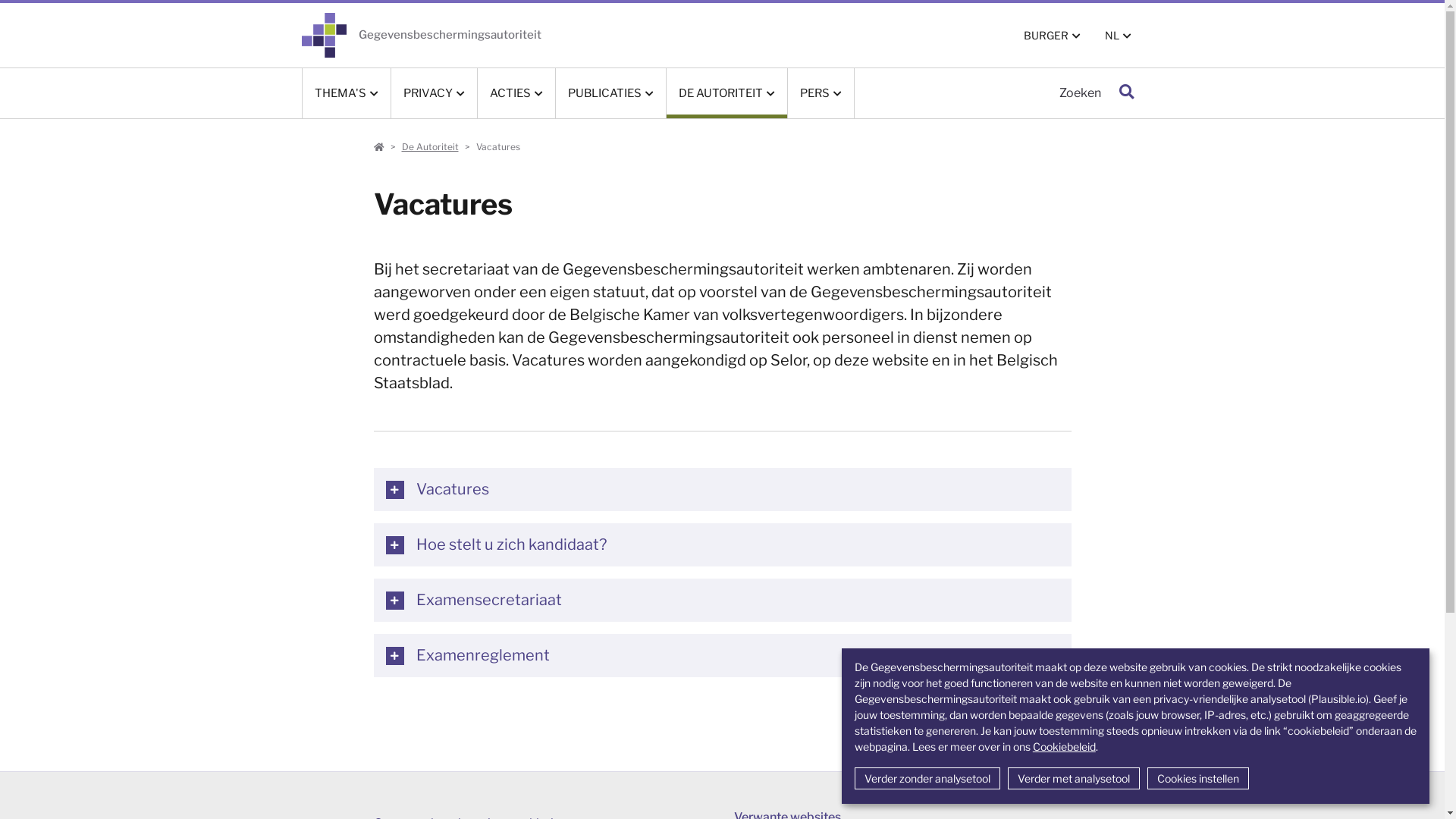 This screenshot has height=819, width=1456. What do you see at coordinates (720, 544) in the screenshot?
I see `'Hoe stelt u zich kandidaat?'` at bounding box center [720, 544].